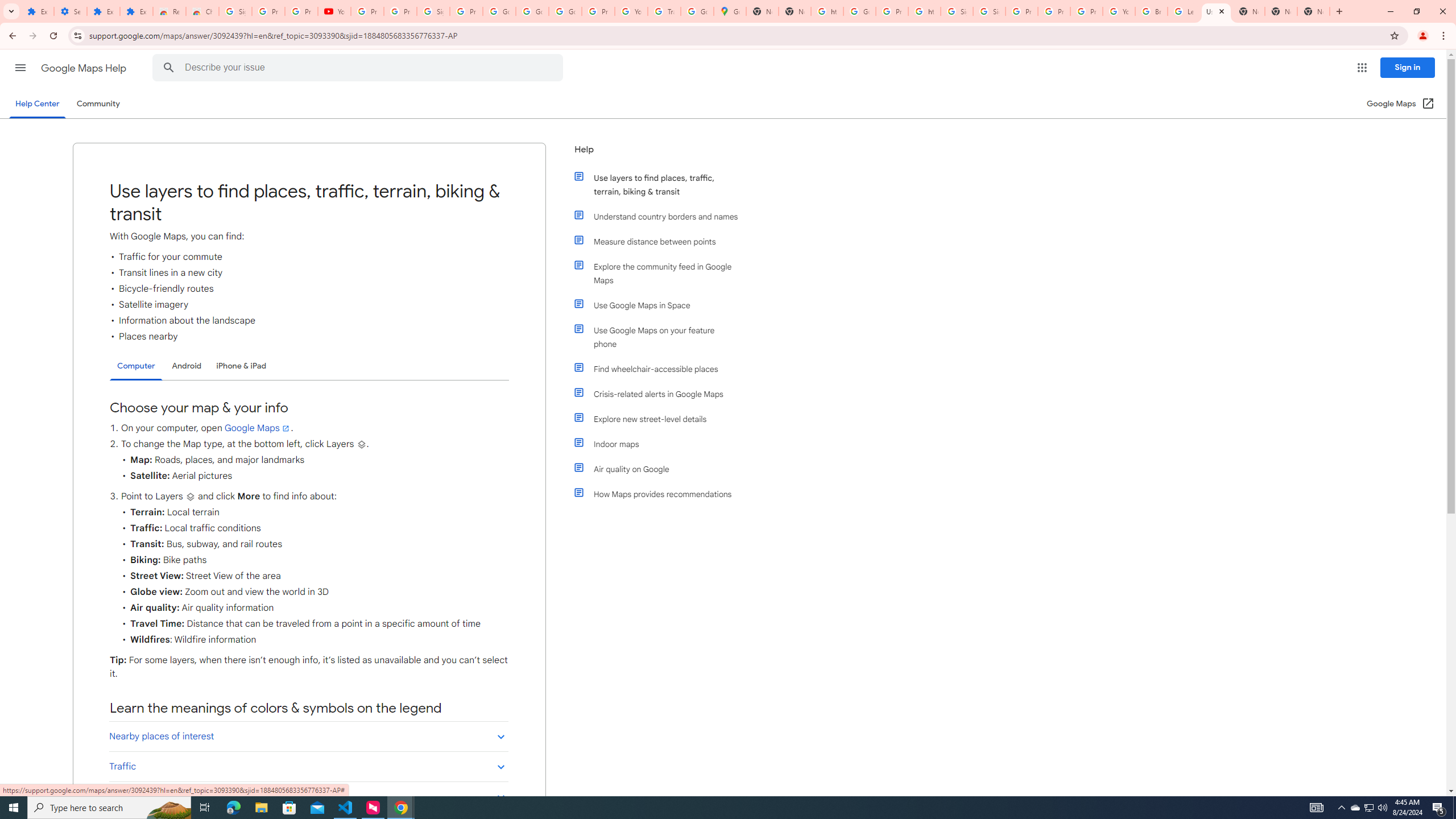 This screenshot has width=1456, height=819. Describe the element at coordinates (308, 736) in the screenshot. I see `'Nearby places of interest'` at that location.